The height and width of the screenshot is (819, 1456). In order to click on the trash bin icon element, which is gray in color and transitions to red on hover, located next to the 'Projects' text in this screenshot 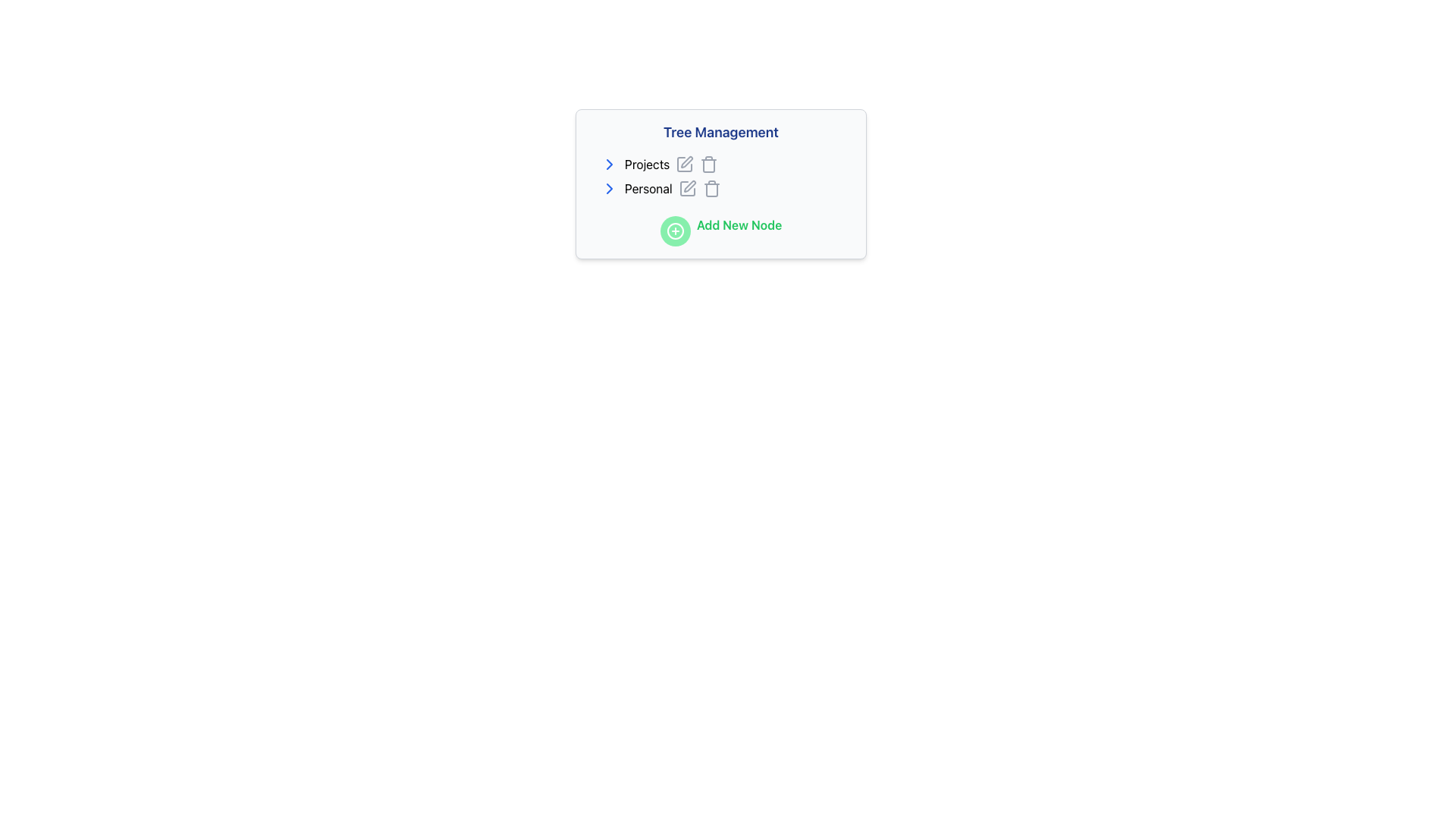, I will do `click(708, 166)`.